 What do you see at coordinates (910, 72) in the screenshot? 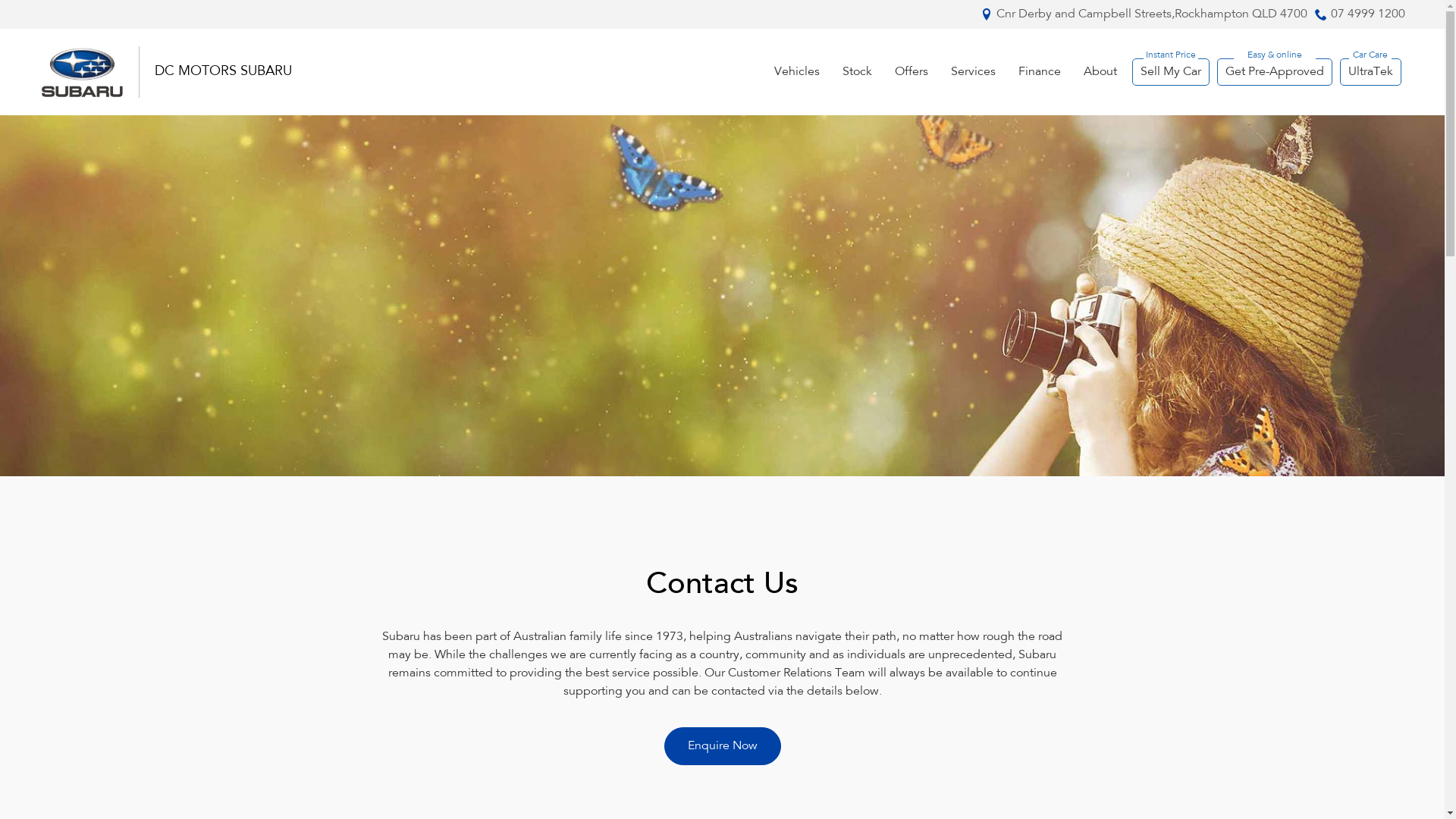
I see `'Offers'` at bounding box center [910, 72].